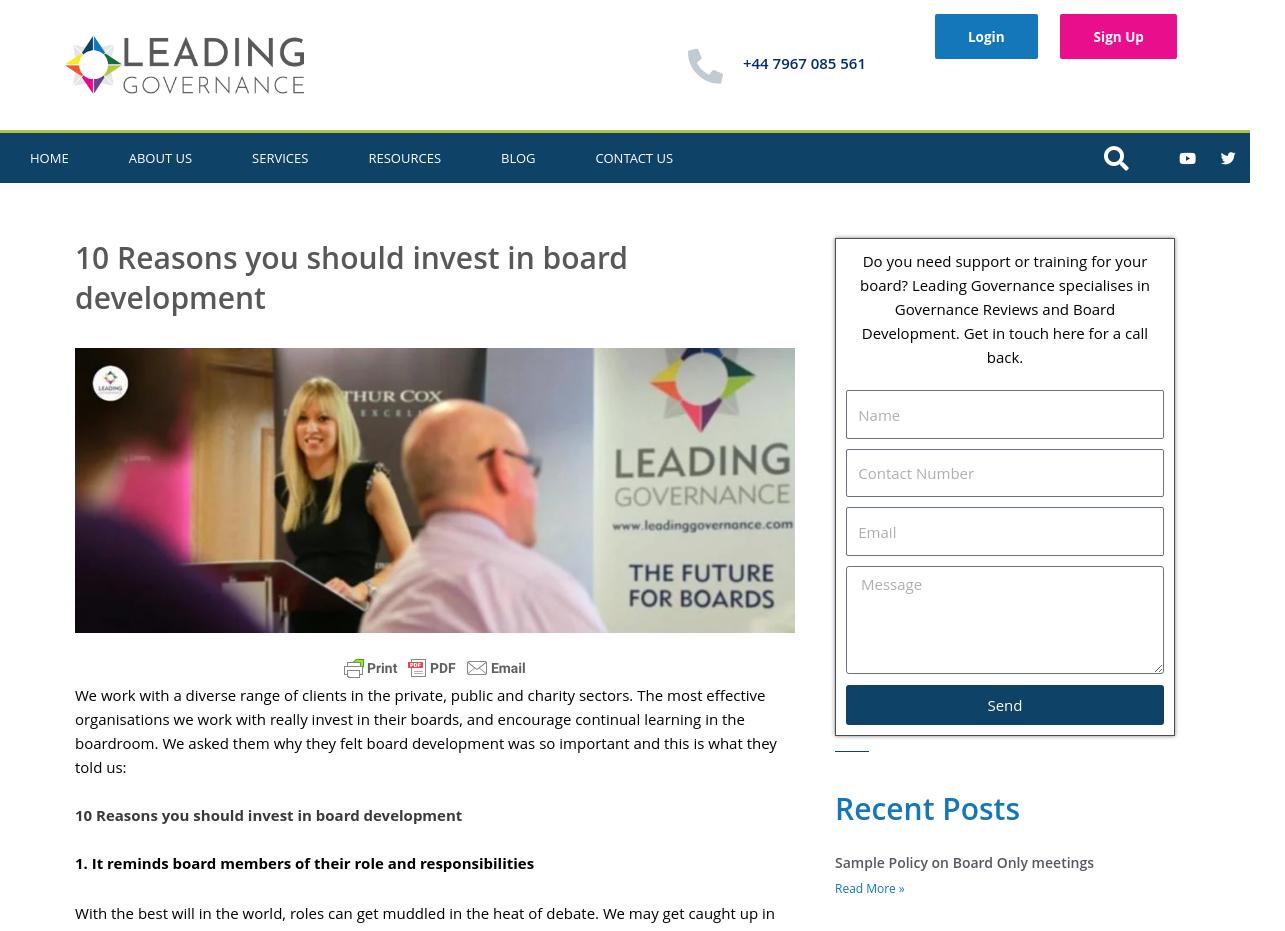 The height and width of the screenshot is (931, 1285). I want to click on 'Send', so click(1004, 703).